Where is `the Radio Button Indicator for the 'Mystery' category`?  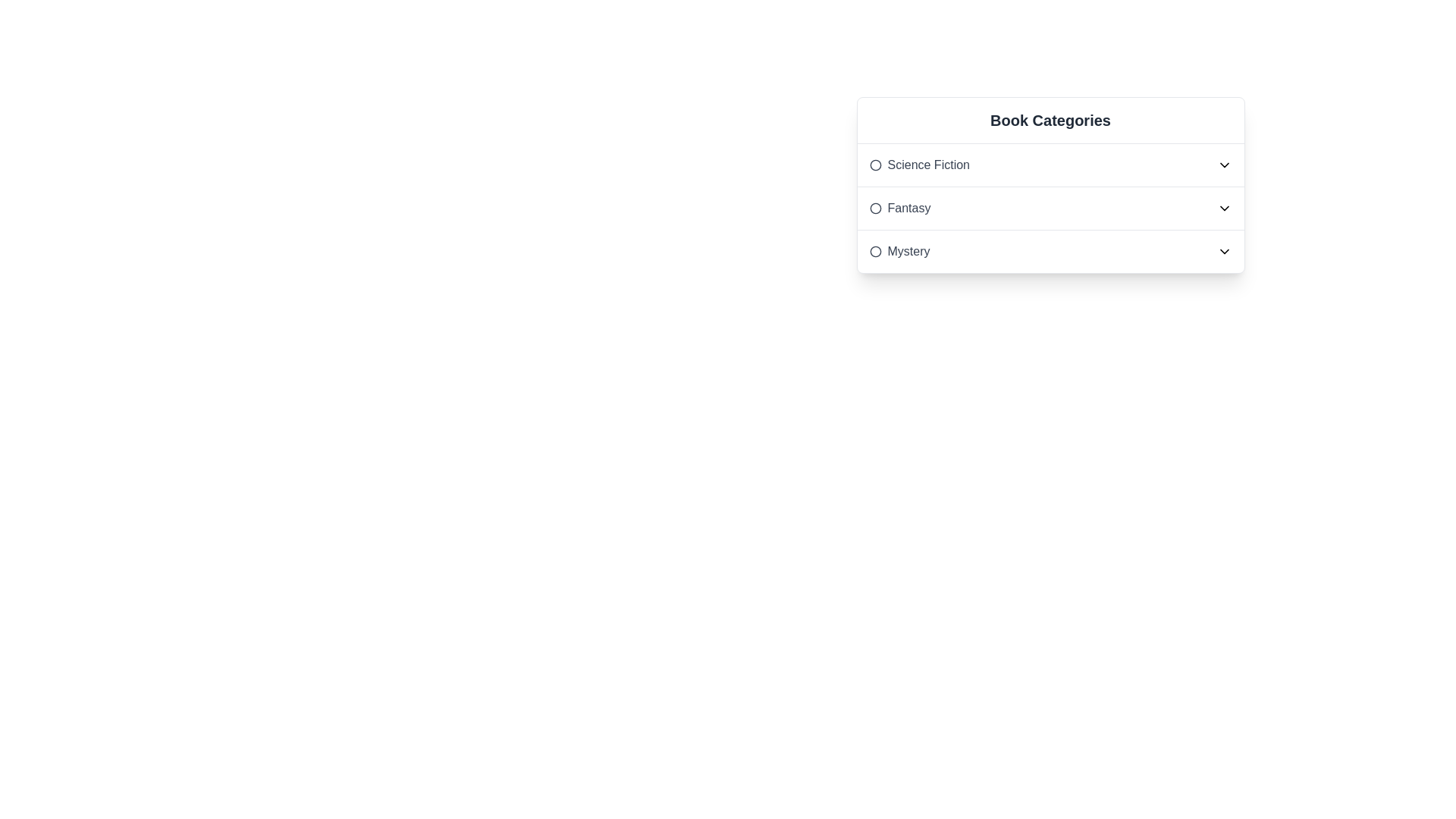 the Radio Button Indicator for the 'Mystery' category is located at coordinates (875, 250).